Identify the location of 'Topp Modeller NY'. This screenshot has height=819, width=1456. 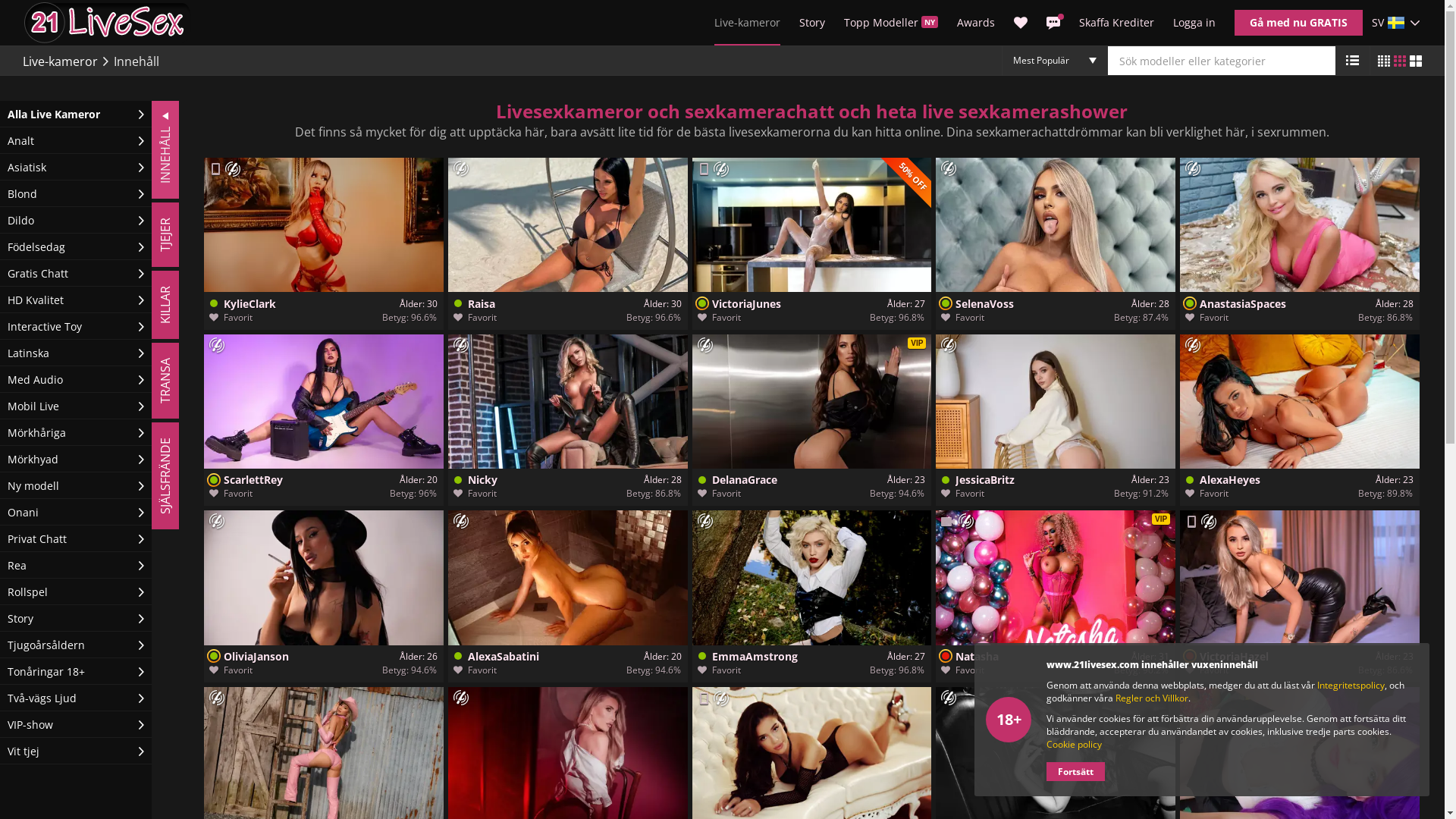
(891, 23).